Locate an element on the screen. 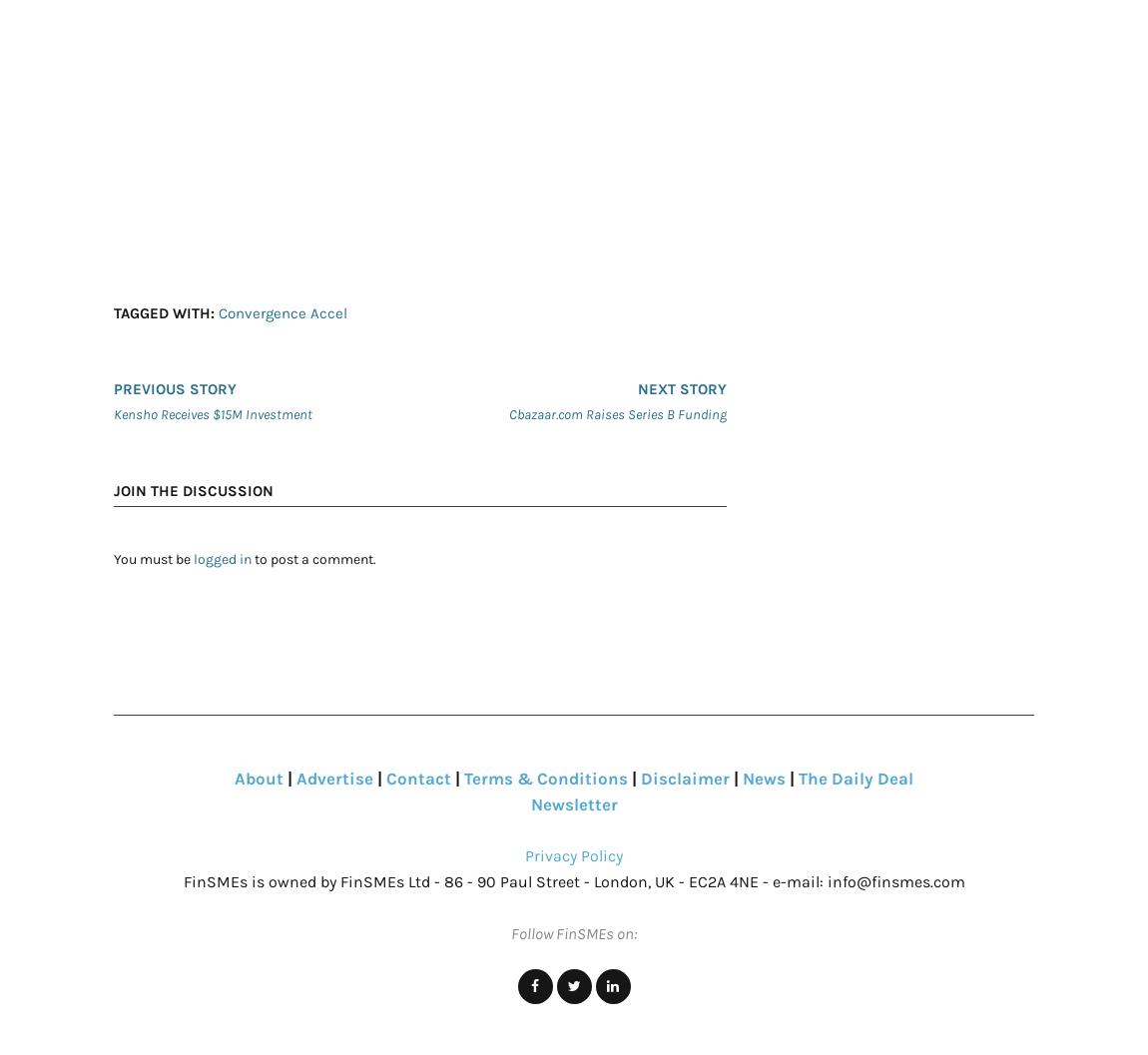  'Advertise' is located at coordinates (334, 778).